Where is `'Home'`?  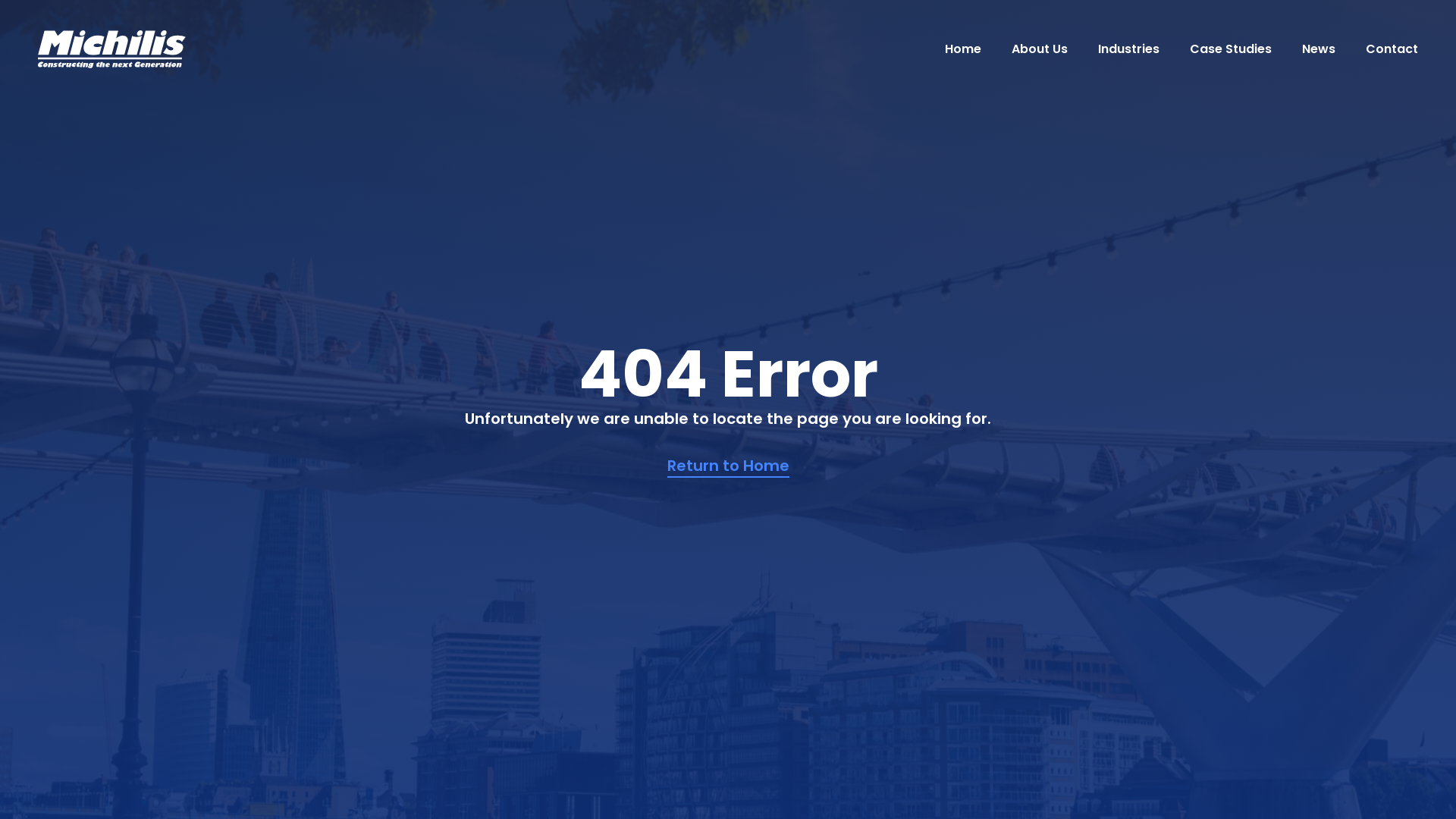
'Home' is located at coordinates (962, 48).